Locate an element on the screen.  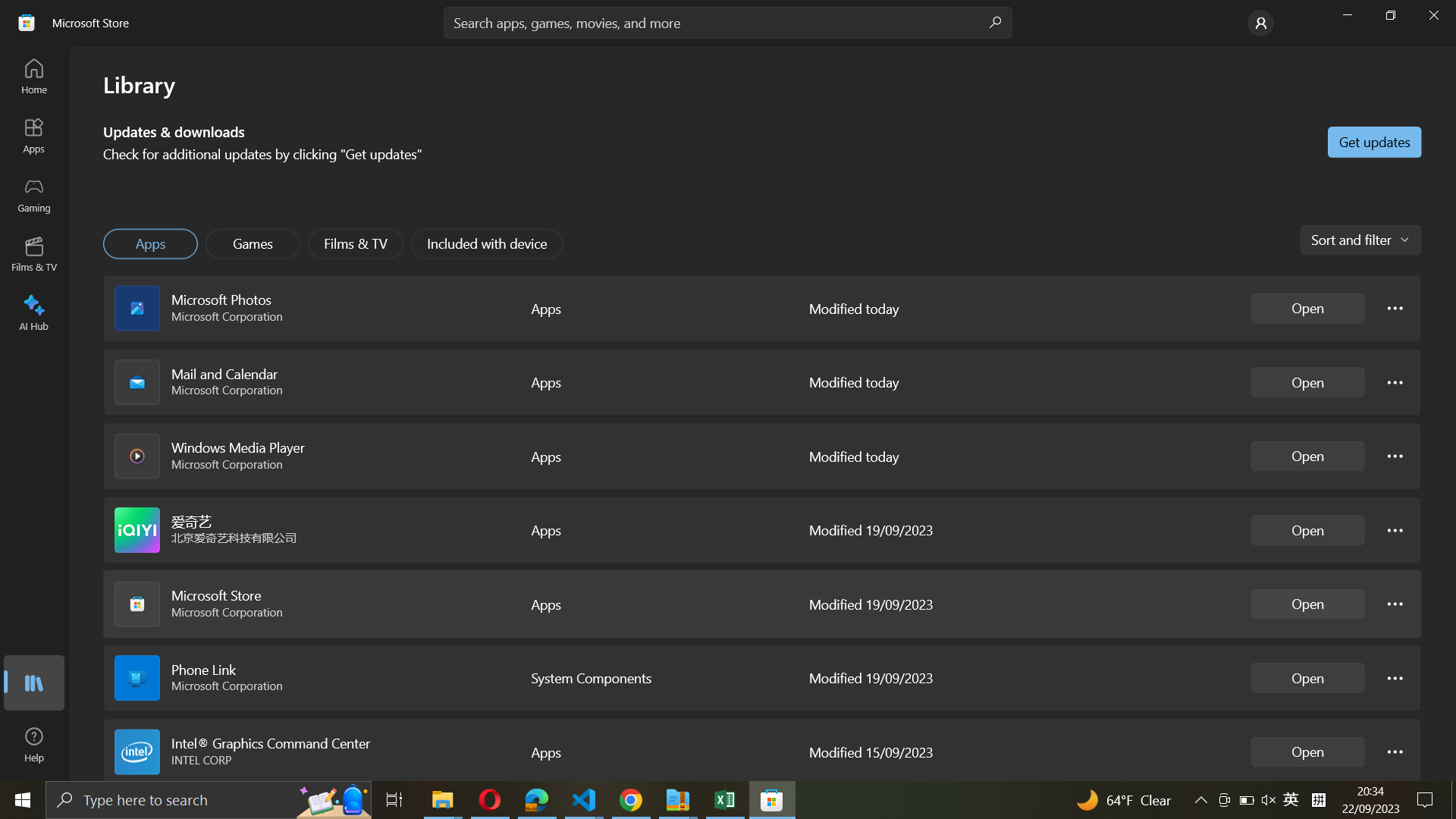
Go to Home is located at coordinates (35, 75).